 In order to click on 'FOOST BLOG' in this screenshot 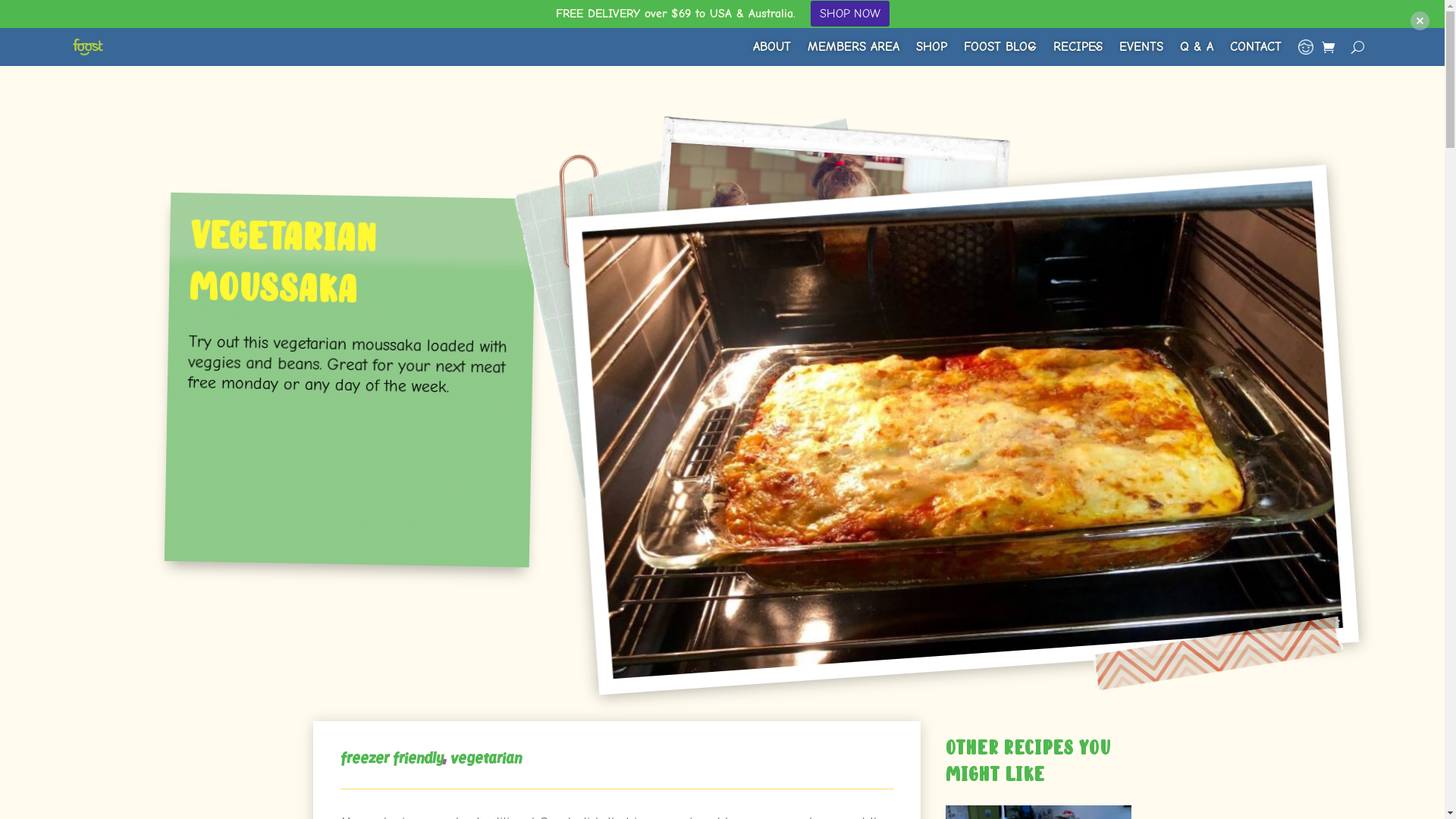, I will do `click(1000, 45)`.